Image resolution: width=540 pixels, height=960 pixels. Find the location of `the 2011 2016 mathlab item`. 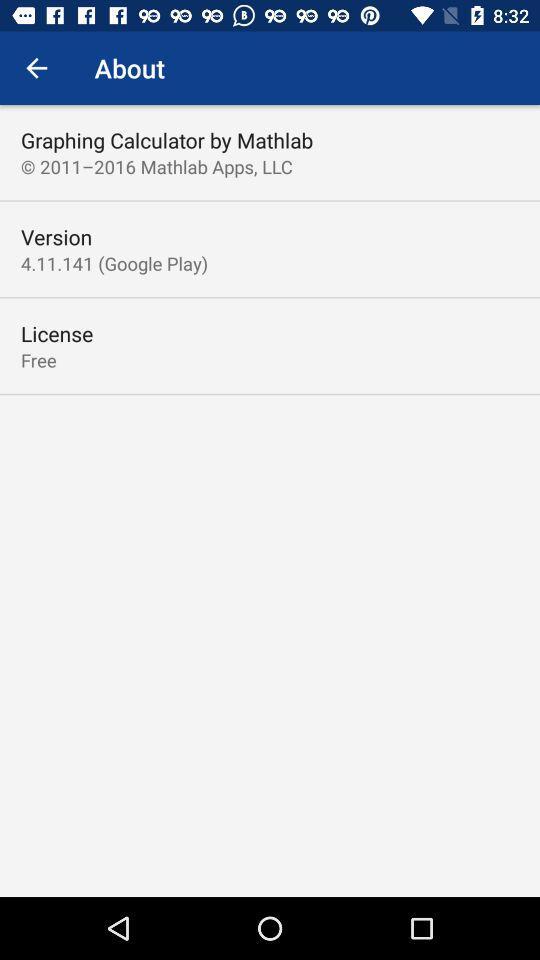

the 2011 2016 mathlab item is located at coordinates (155, 165).